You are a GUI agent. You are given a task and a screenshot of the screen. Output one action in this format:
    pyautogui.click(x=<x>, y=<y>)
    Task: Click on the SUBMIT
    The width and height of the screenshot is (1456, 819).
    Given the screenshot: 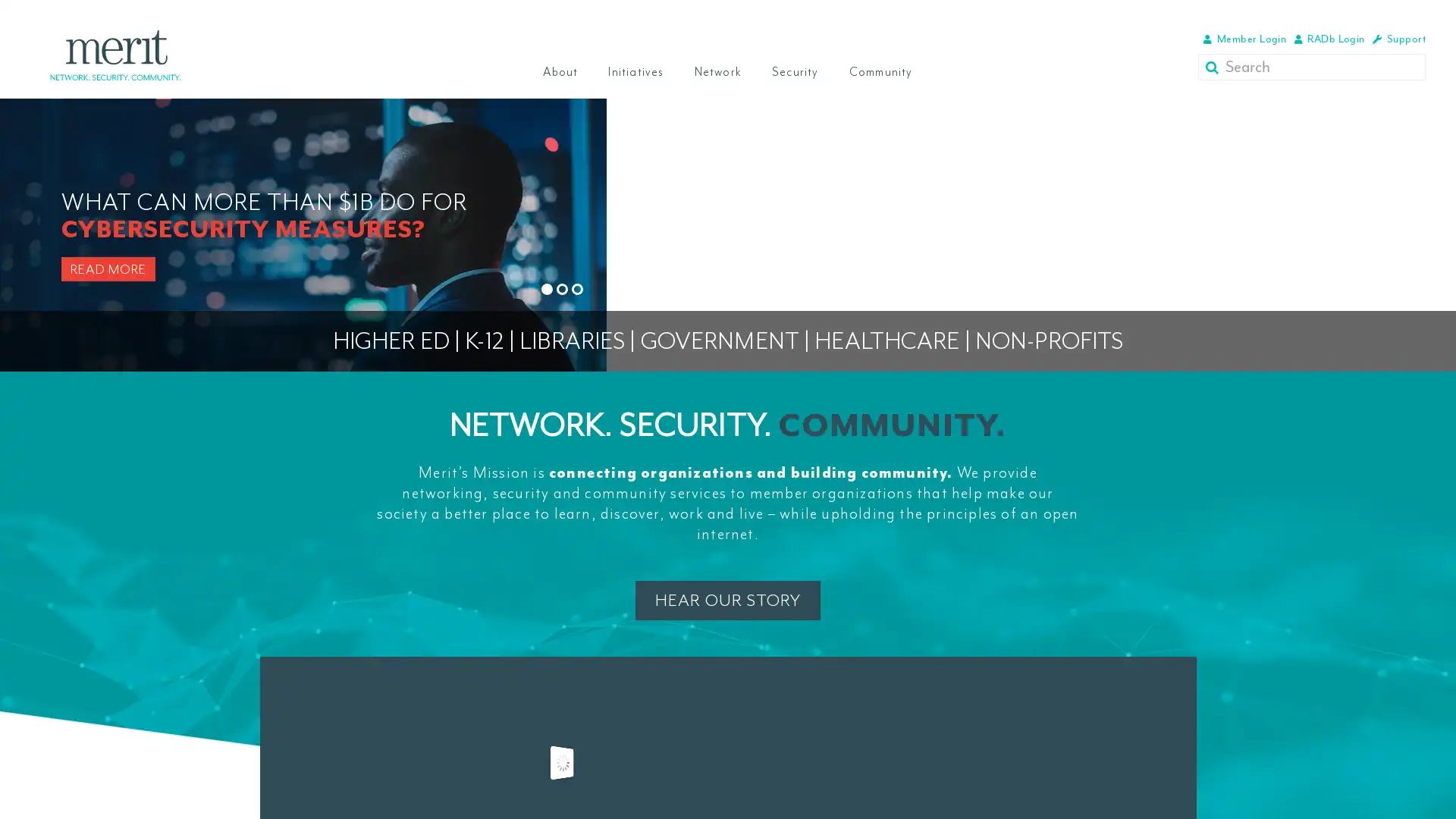 What is the action you would take?
    pyautogui.click(x=1214, y=66)
    